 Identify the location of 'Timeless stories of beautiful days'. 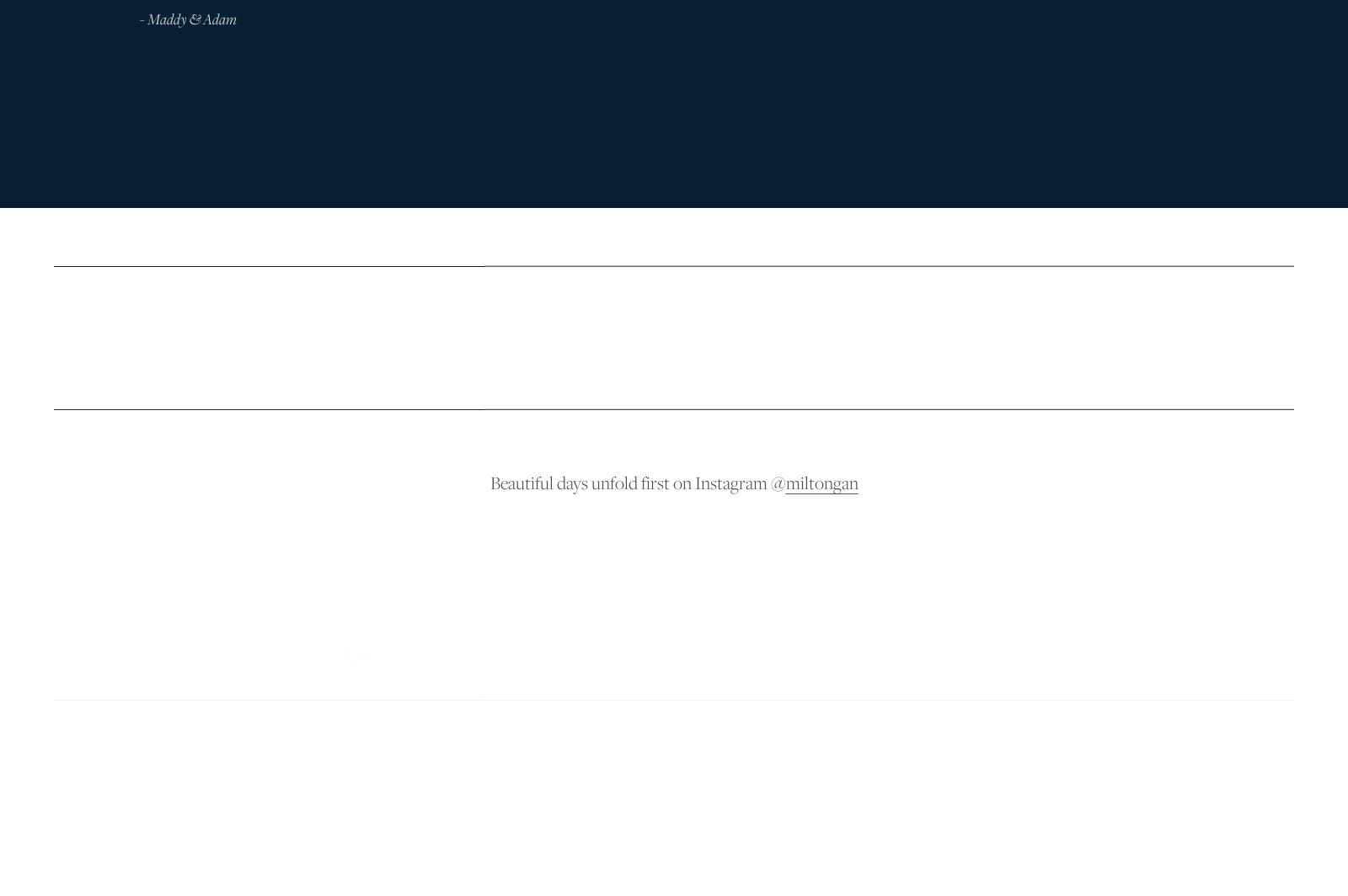
(53, 780).